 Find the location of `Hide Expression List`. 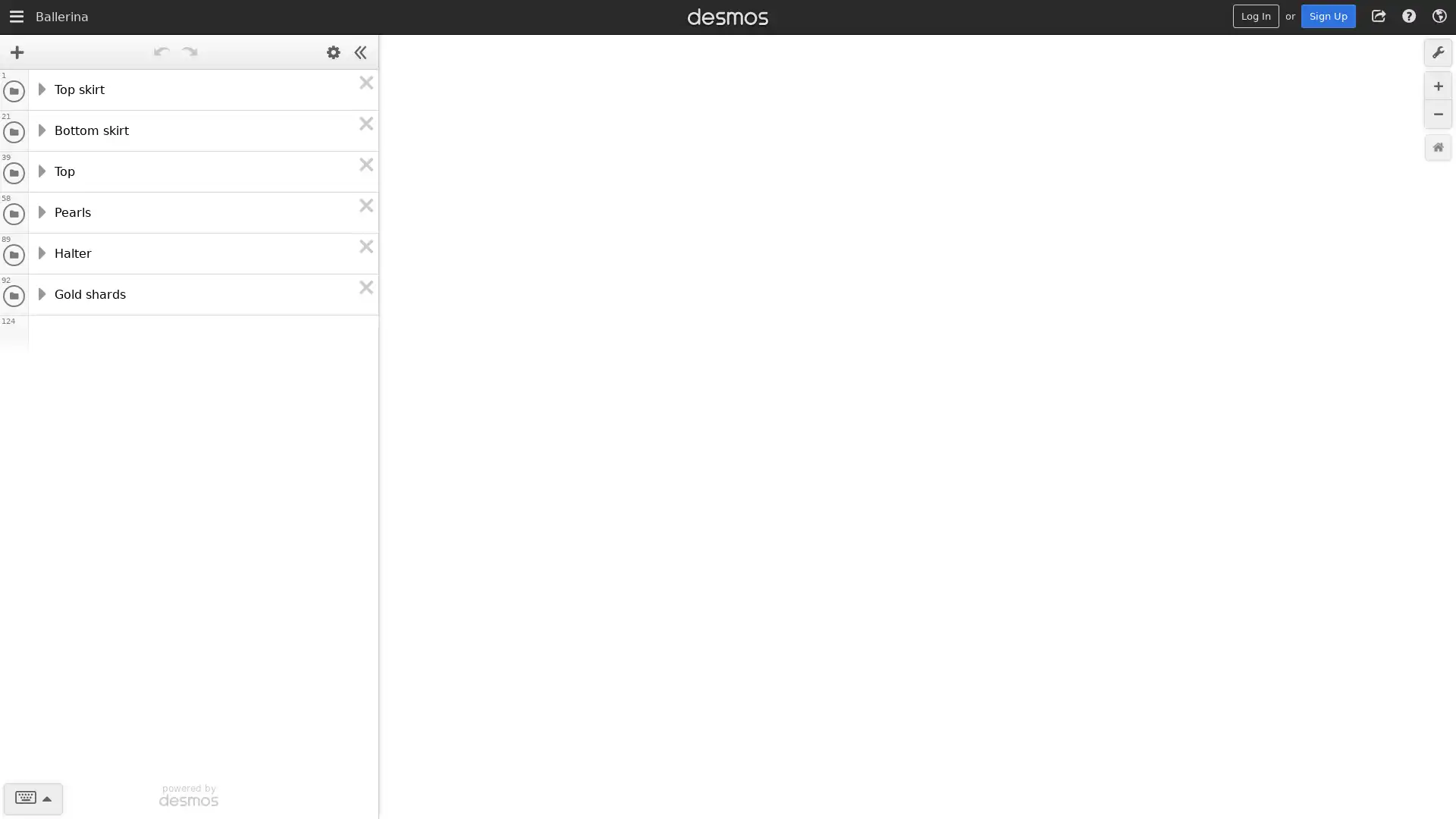

Hide Expression List is located at coordinates (359, 52).